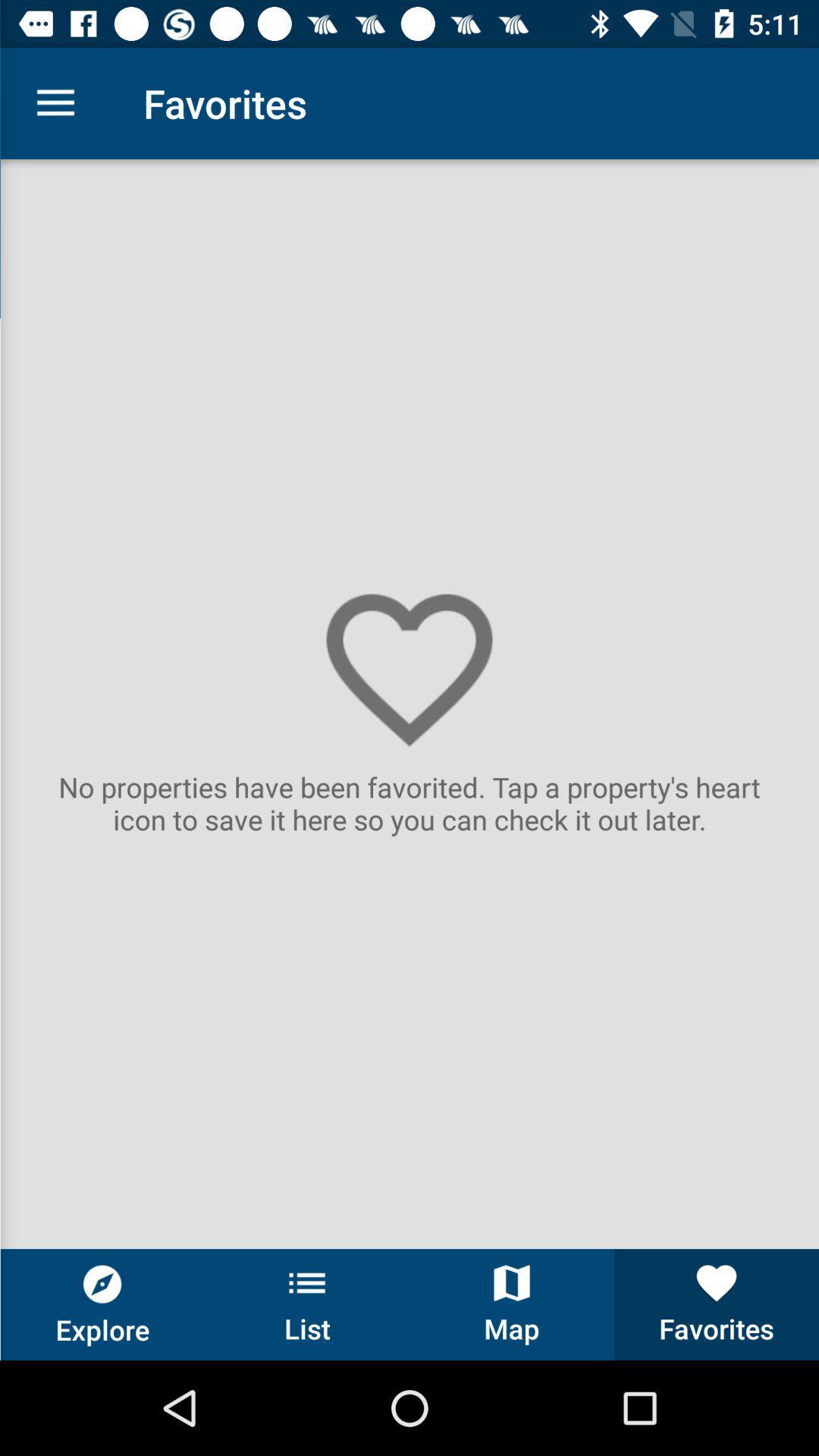 This screenshot has width=819, height=1456. What do you see at coordinates (102, 1304) in the screenshot?
I see `explore item` at bounding box center [102, 1304].